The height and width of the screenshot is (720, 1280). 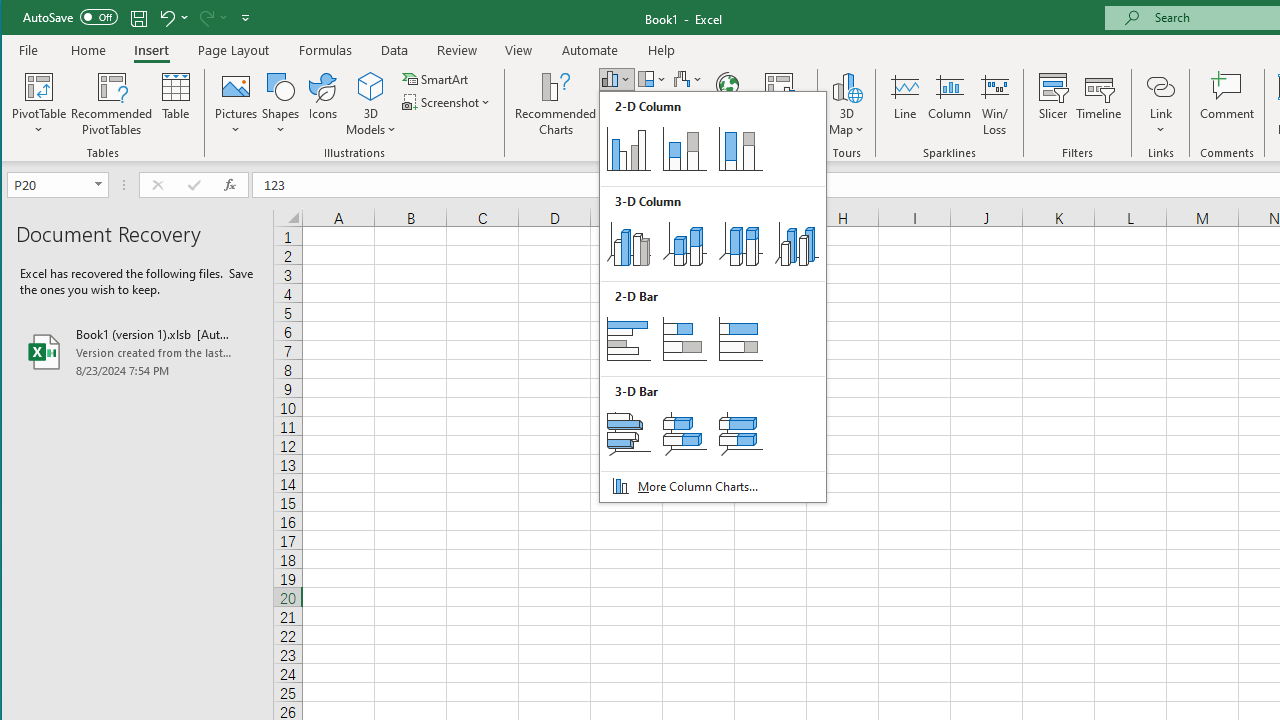 What do you see at coordinates (661, 49) in the screenshot?
I see `'Help'` at bounding box center [661, 49].